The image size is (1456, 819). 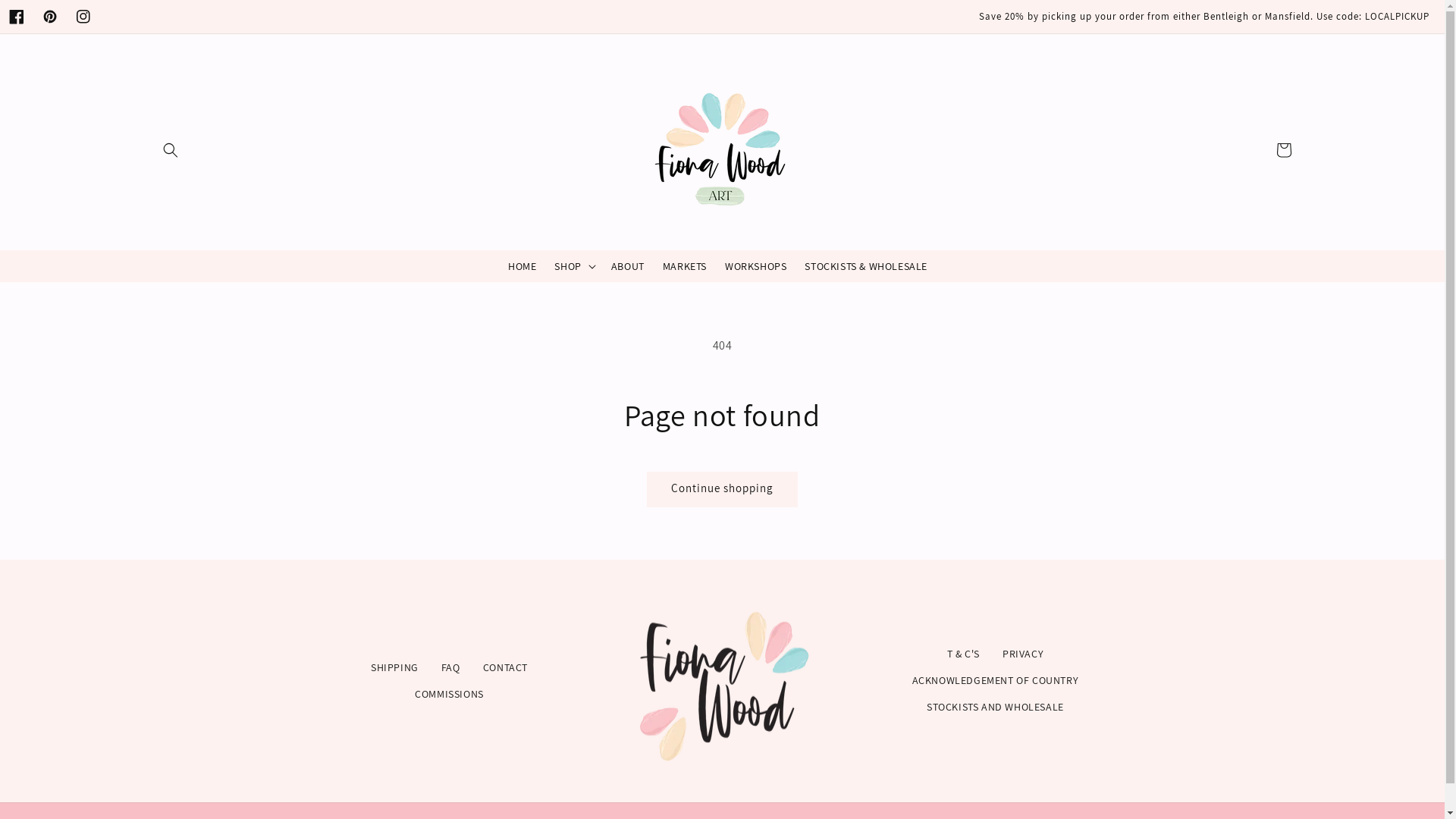 What do you see at coordinates (50, 17) in the screenshot?
I see `'Pinterest'` at bounding box center [50, 17].